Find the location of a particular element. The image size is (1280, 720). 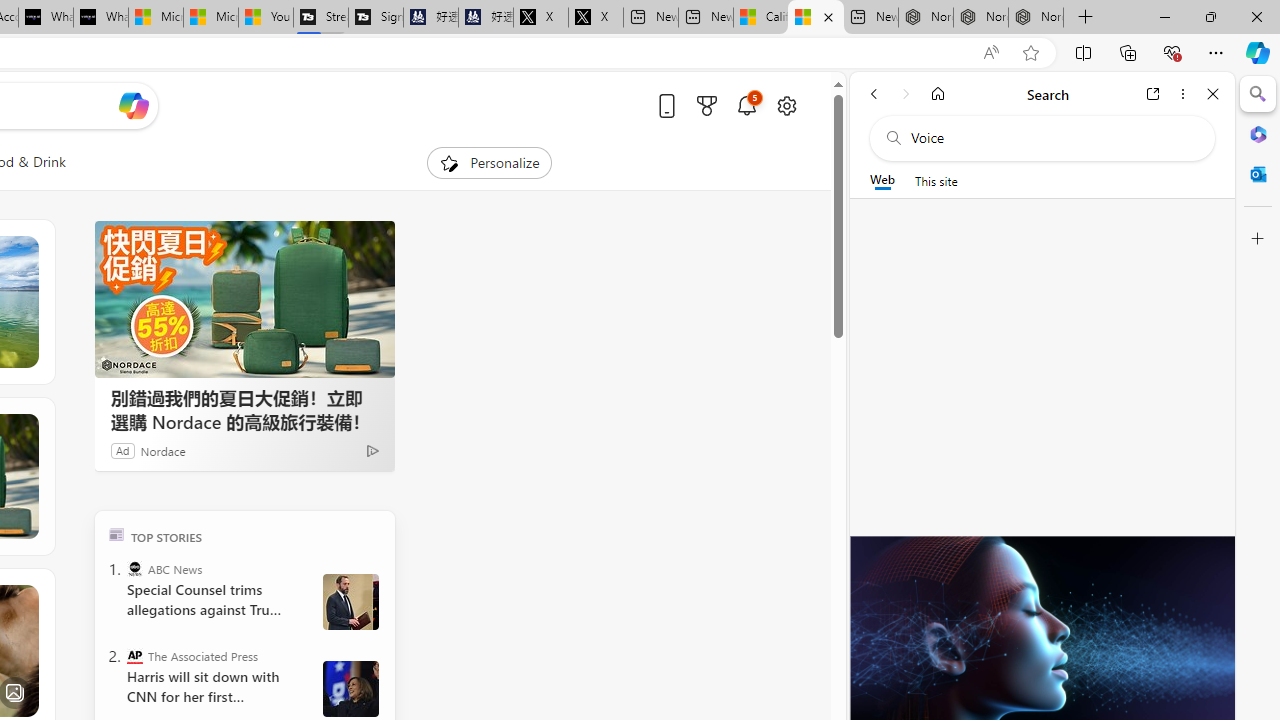

'Outlook' is located at coordinates (1257, 173).